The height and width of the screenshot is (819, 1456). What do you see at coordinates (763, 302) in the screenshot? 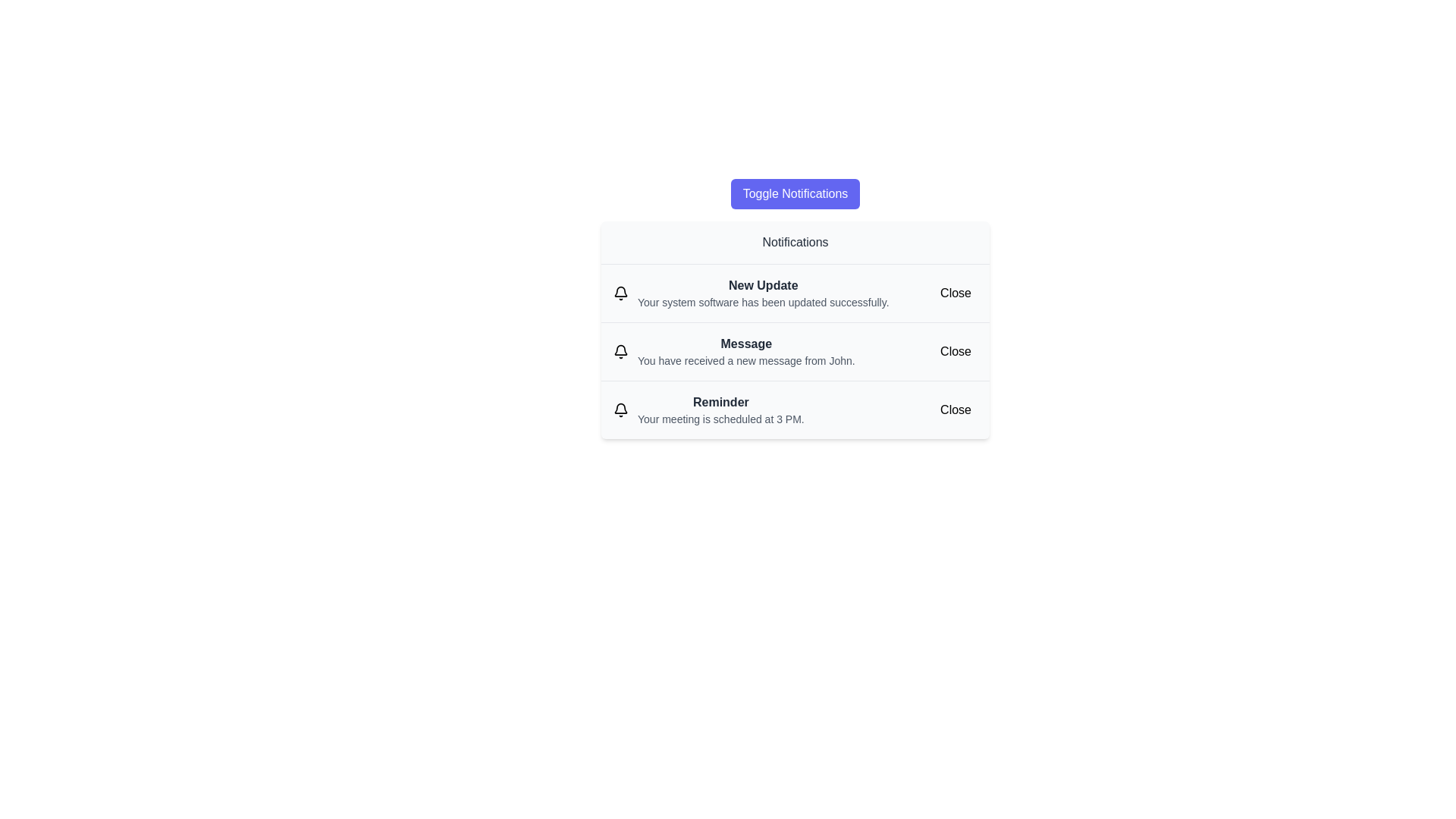
I see `the descriptive text element located below the 'New Update' title in the notification box` at bounding box center [763, 302].